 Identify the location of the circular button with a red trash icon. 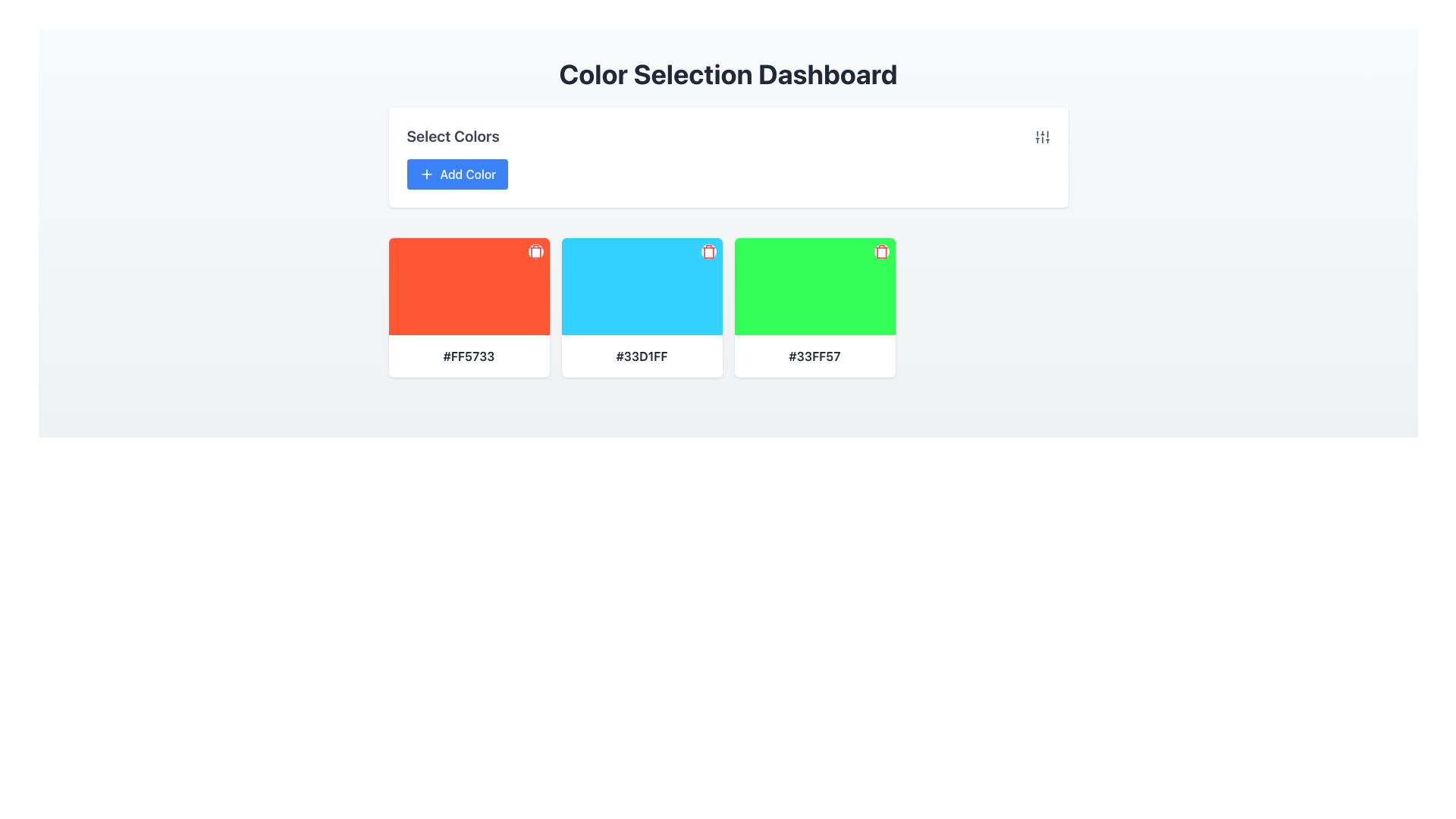
(881, 250).